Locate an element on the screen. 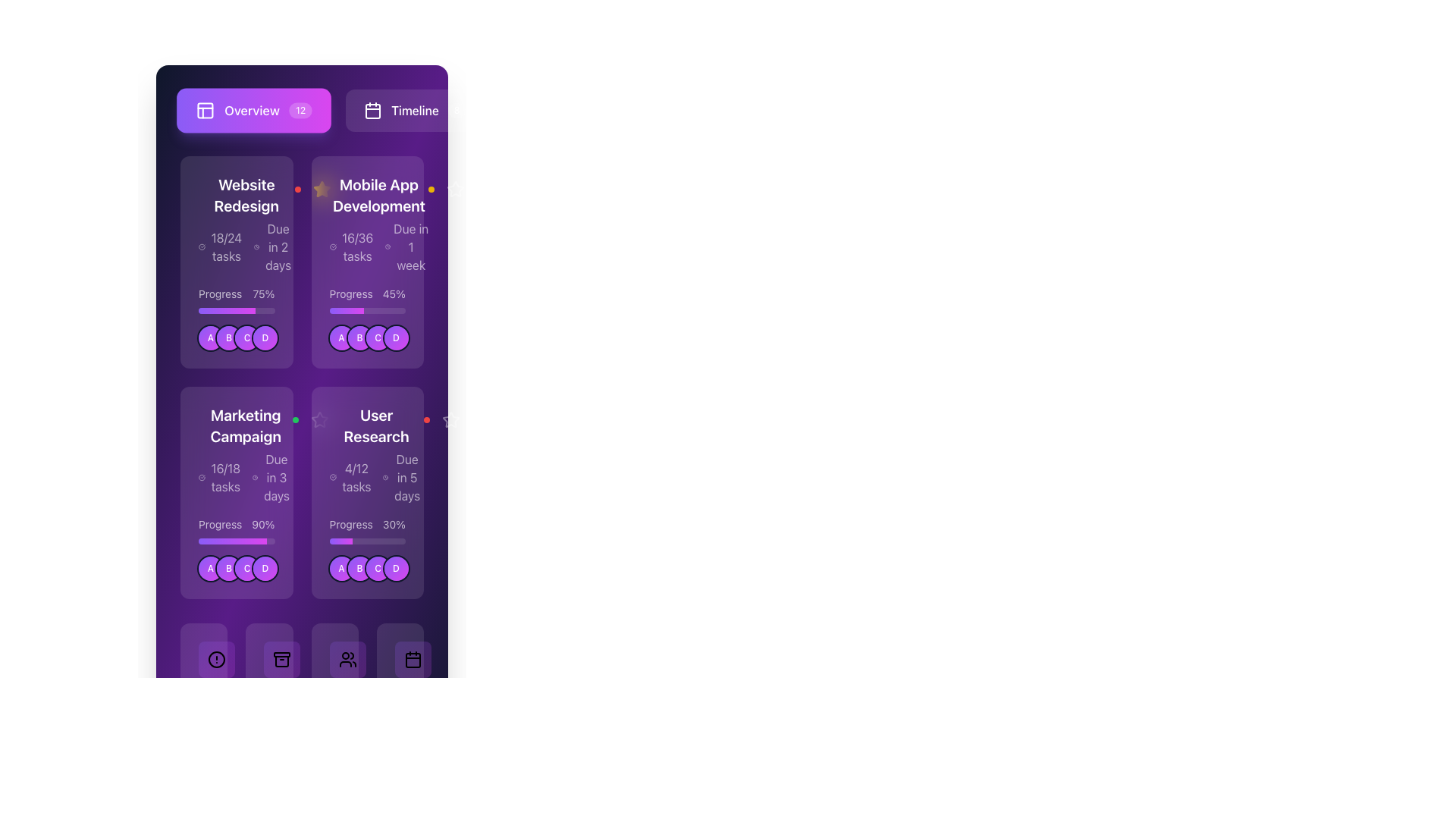 The image size is (1456, 819). the group of circular icons displaying participant initials (A, B, C, D) located at the bottom of the 'User Research' card, beneath the progress bar, if on a touchscreen is located at coordinates (367, 568).